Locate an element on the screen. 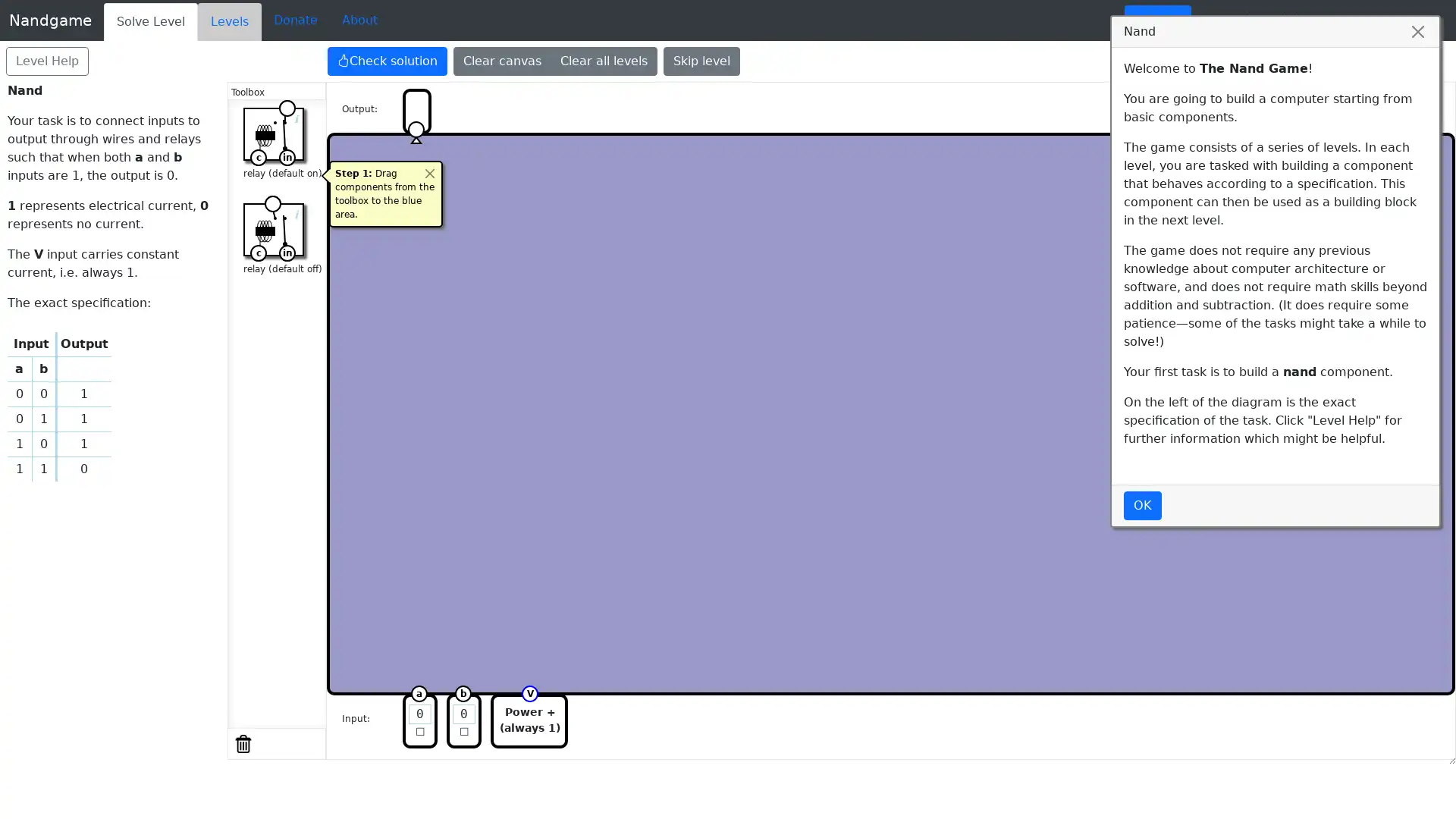 The image size is (1456, 819). Check solution is located at coordinates (387, 61).